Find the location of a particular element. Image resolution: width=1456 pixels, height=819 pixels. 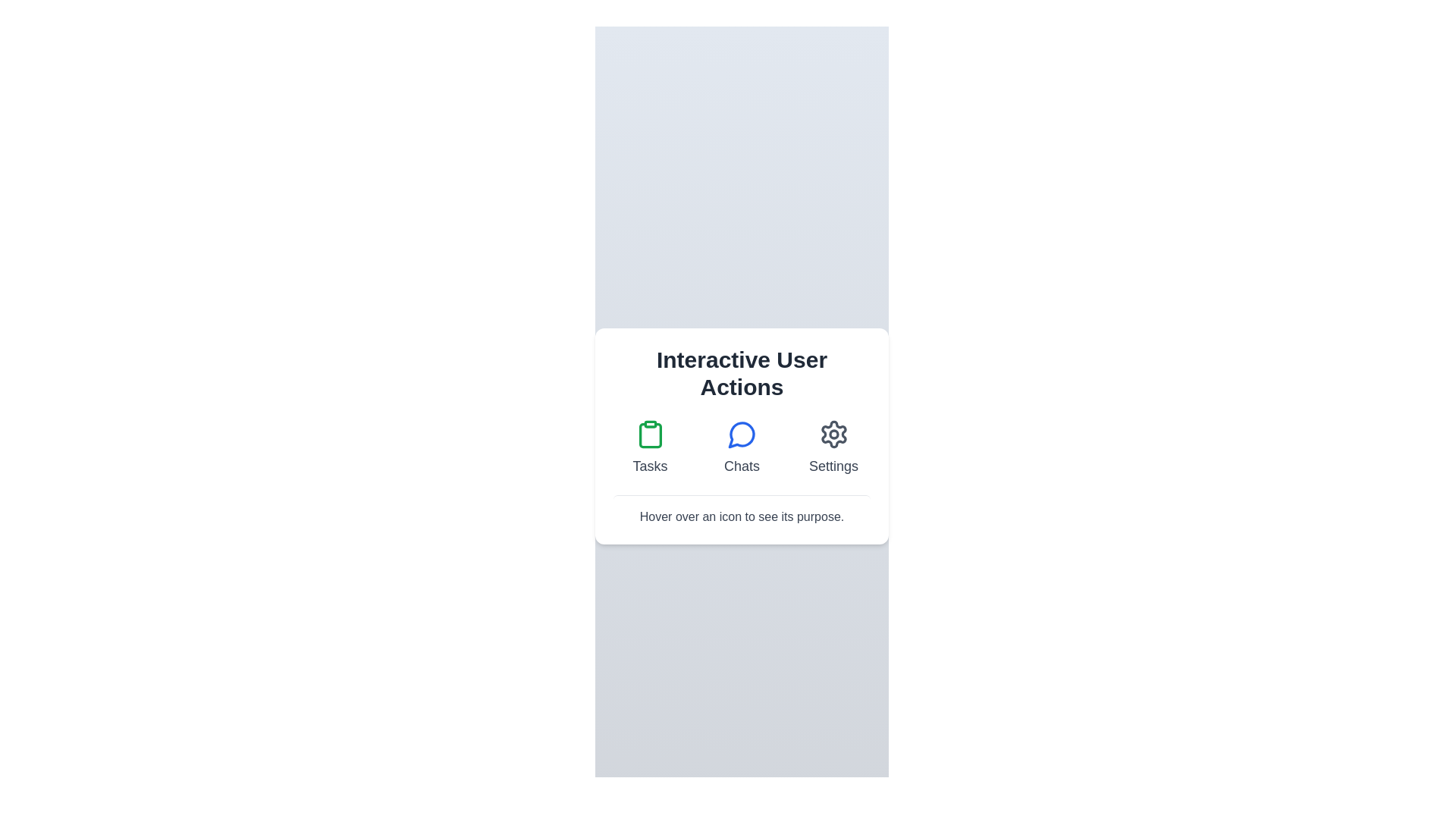

the circular blue chat bubble icon located in the 'Chats' box beneath the 'Interactive User Actions' title is located at coordinates (741, 435).